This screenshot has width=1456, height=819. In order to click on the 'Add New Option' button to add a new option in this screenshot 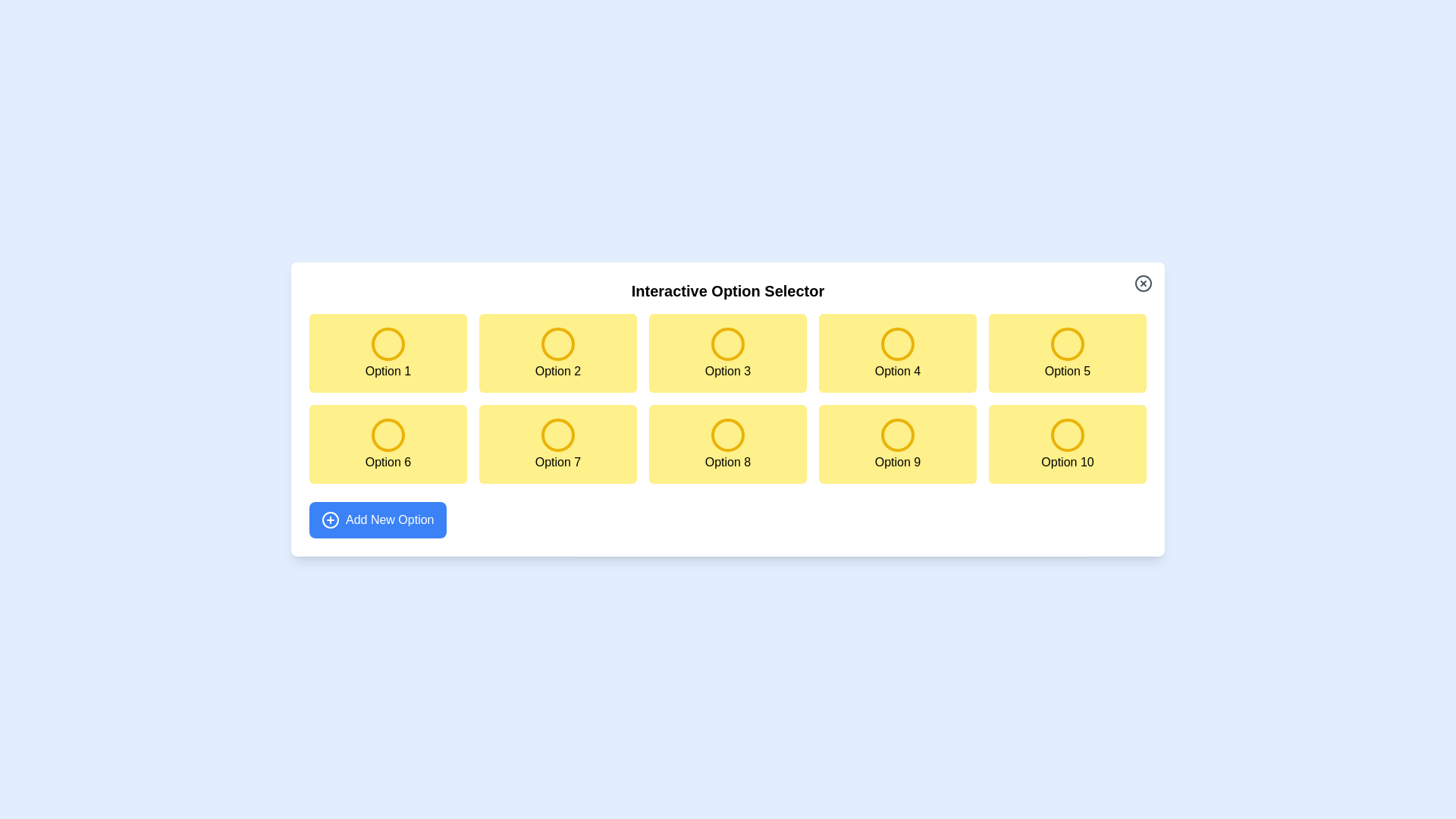, I will do `click(378, 519)`.